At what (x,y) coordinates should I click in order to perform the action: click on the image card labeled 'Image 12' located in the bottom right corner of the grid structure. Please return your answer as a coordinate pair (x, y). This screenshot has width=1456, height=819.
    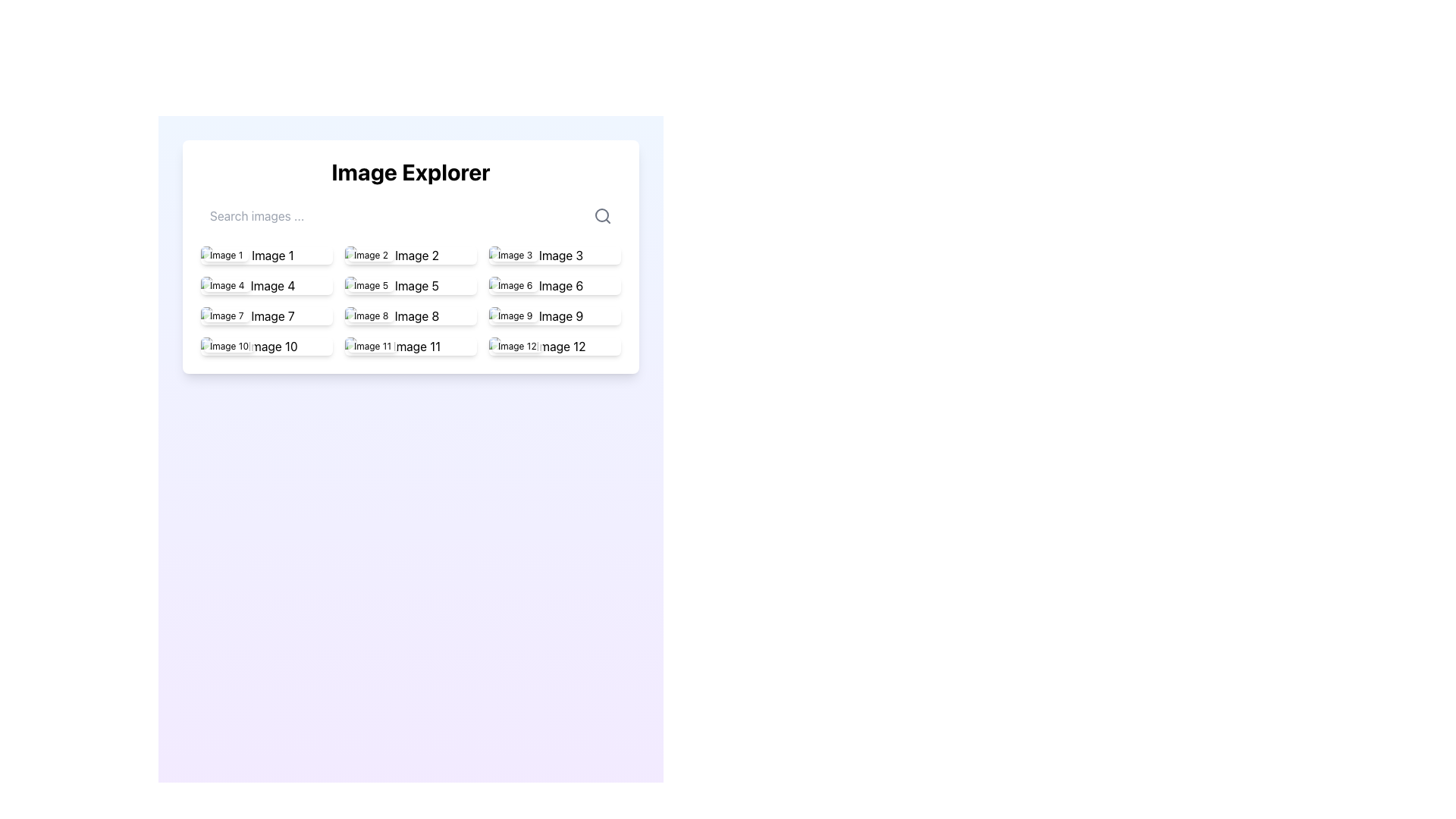
    Looking at the image, I should click on (554, 346).